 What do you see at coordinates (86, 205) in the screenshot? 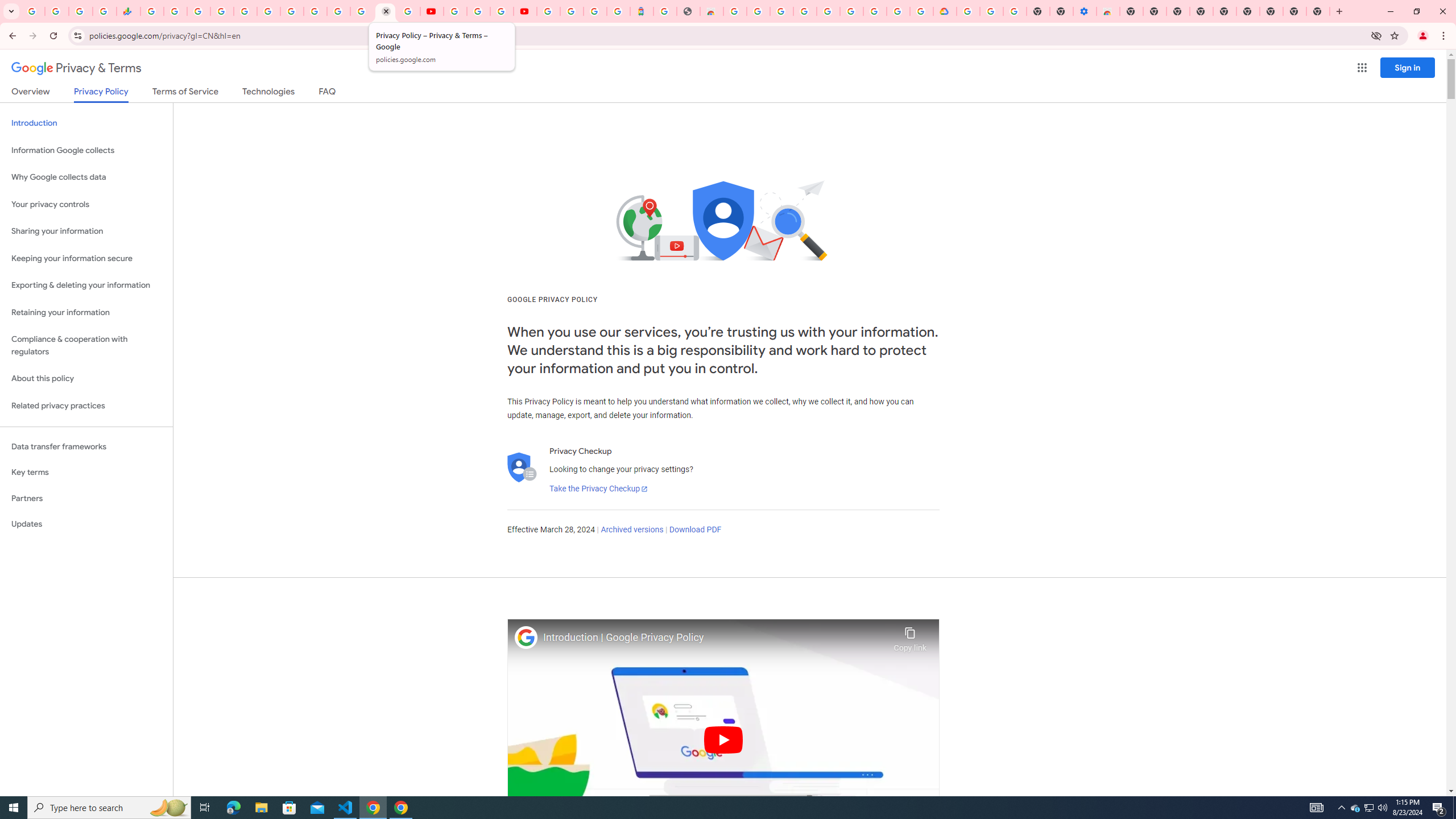
I see `'Your privacy controls'` at bounding box center [86, 205].